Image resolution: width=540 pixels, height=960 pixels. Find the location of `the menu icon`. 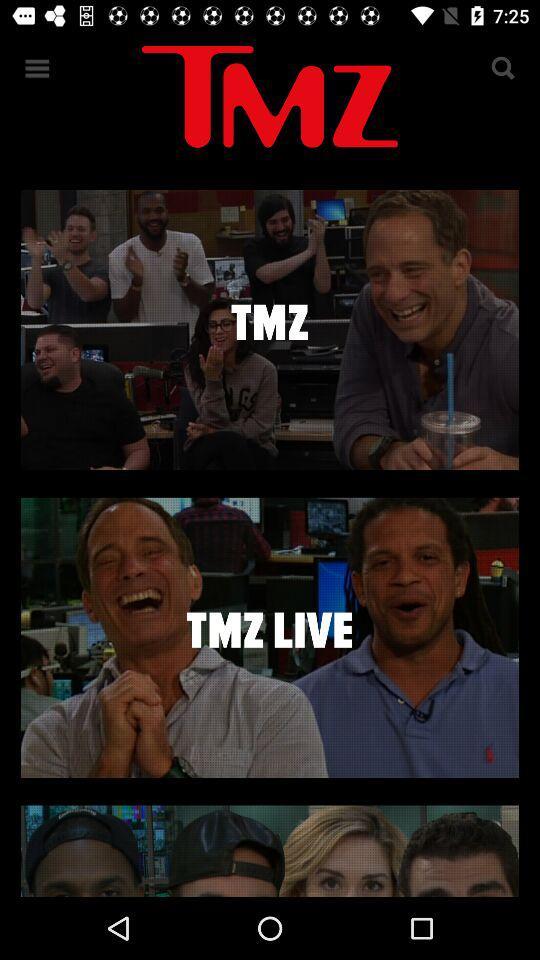

the menu icon is located at coordinates (37, 68).